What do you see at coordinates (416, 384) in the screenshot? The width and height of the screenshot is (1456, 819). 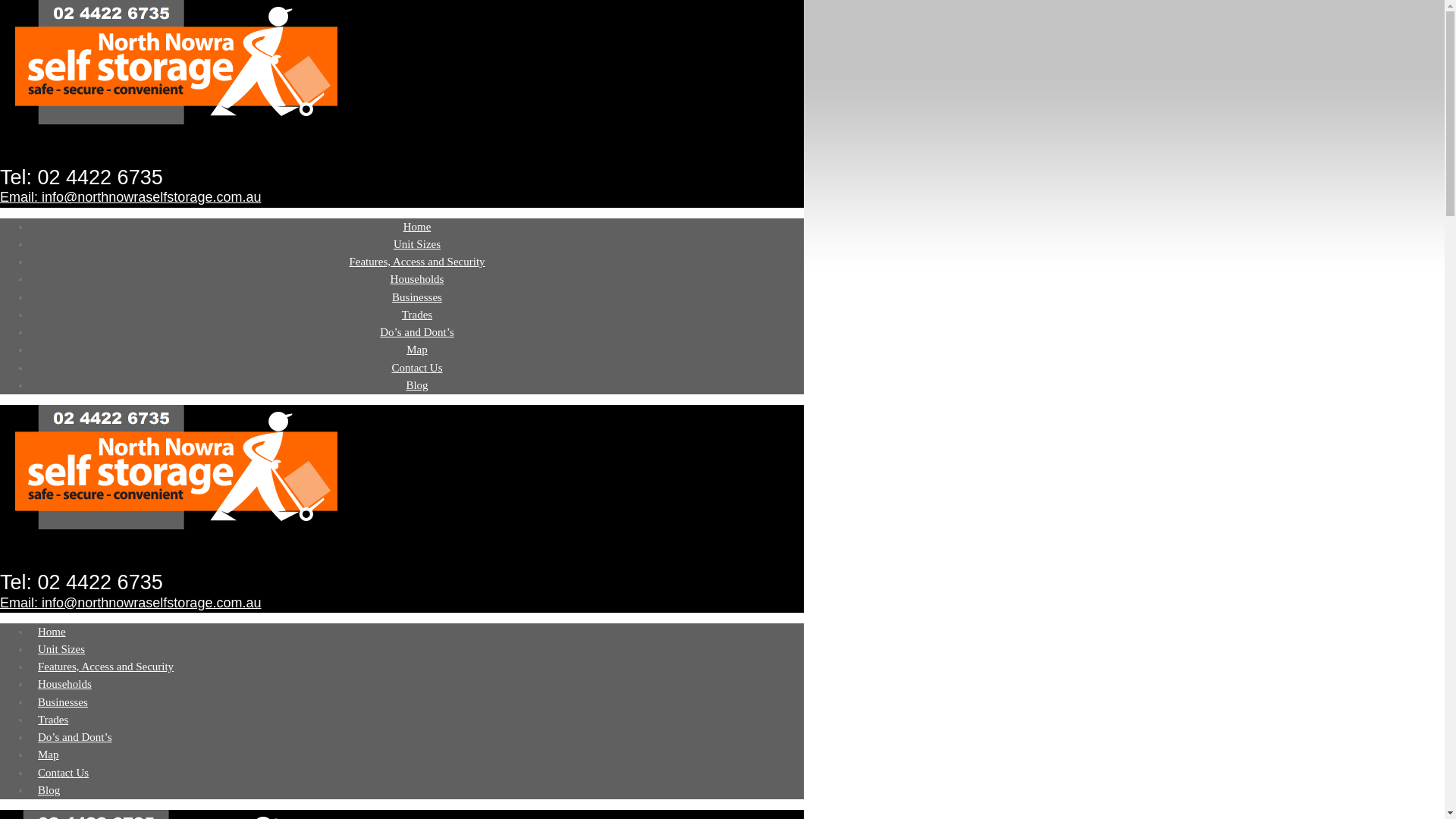 I see `'Blog'` at bounding box center [416, 384].